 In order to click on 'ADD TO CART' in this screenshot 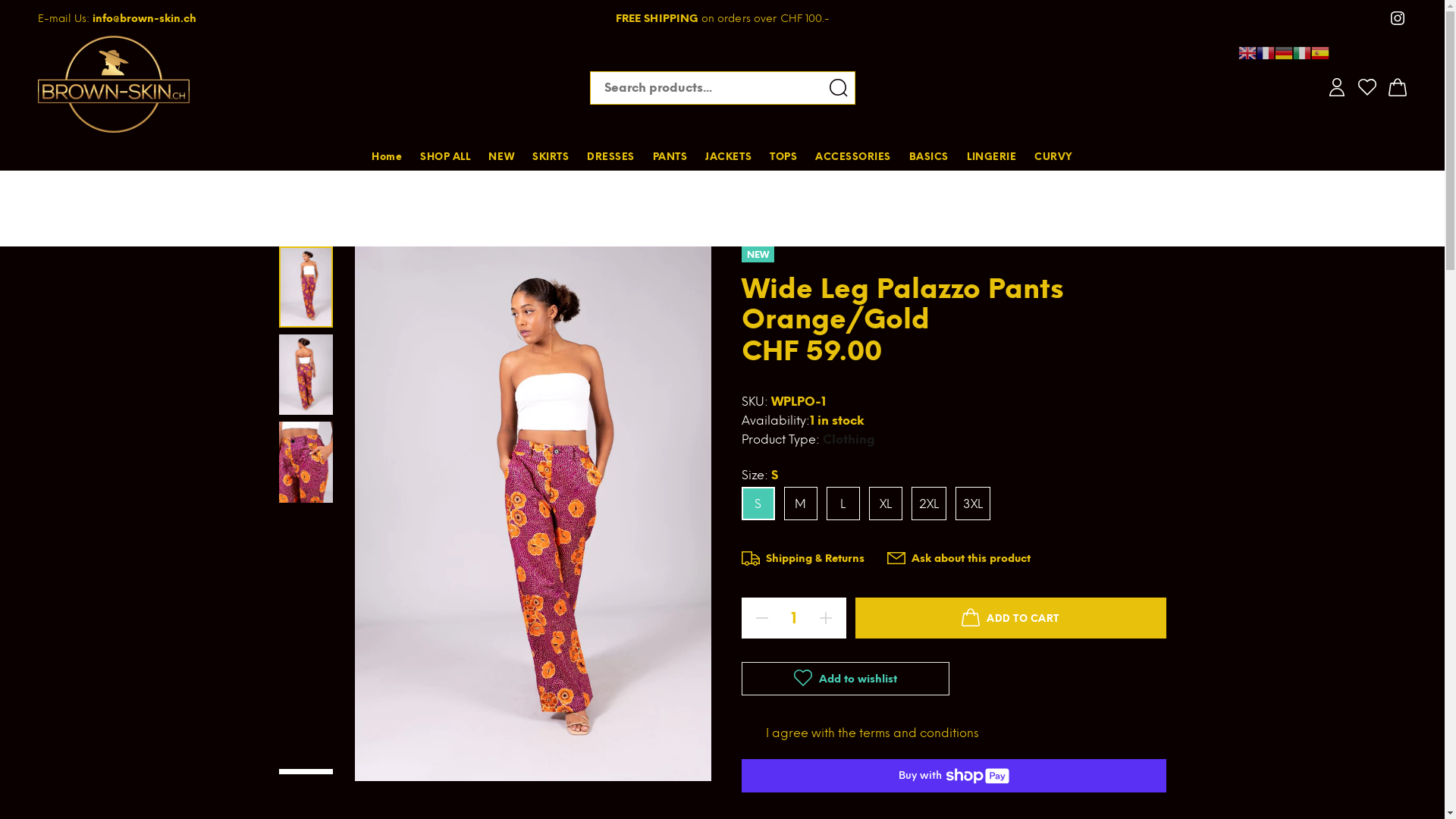, I will do `click(1011, 617)`.